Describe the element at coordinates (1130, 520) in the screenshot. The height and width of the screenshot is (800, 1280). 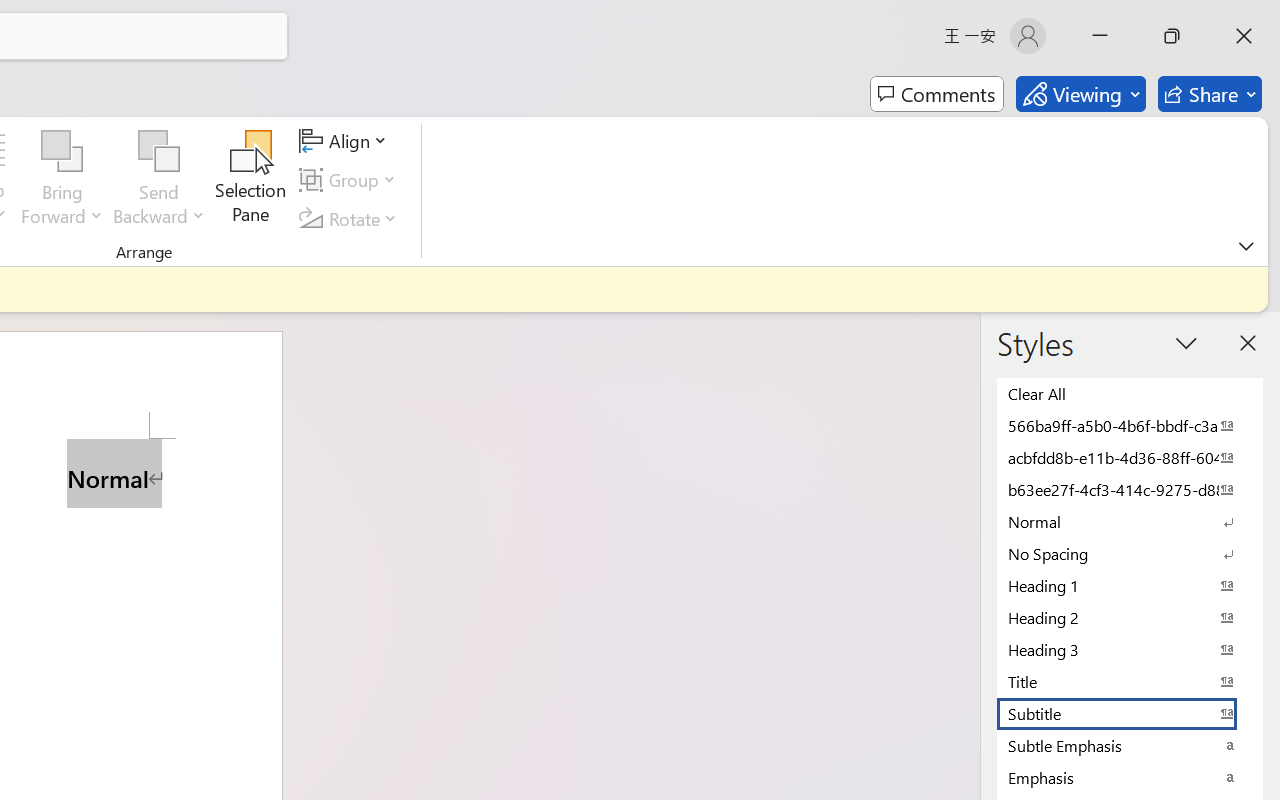
I see `'Normal'` at that location.